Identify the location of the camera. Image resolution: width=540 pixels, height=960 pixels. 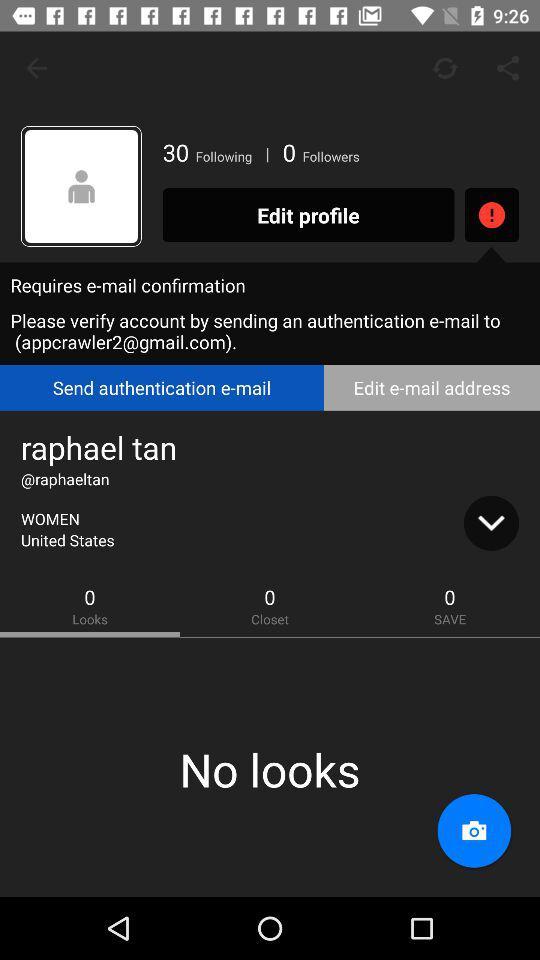
(473, 831).